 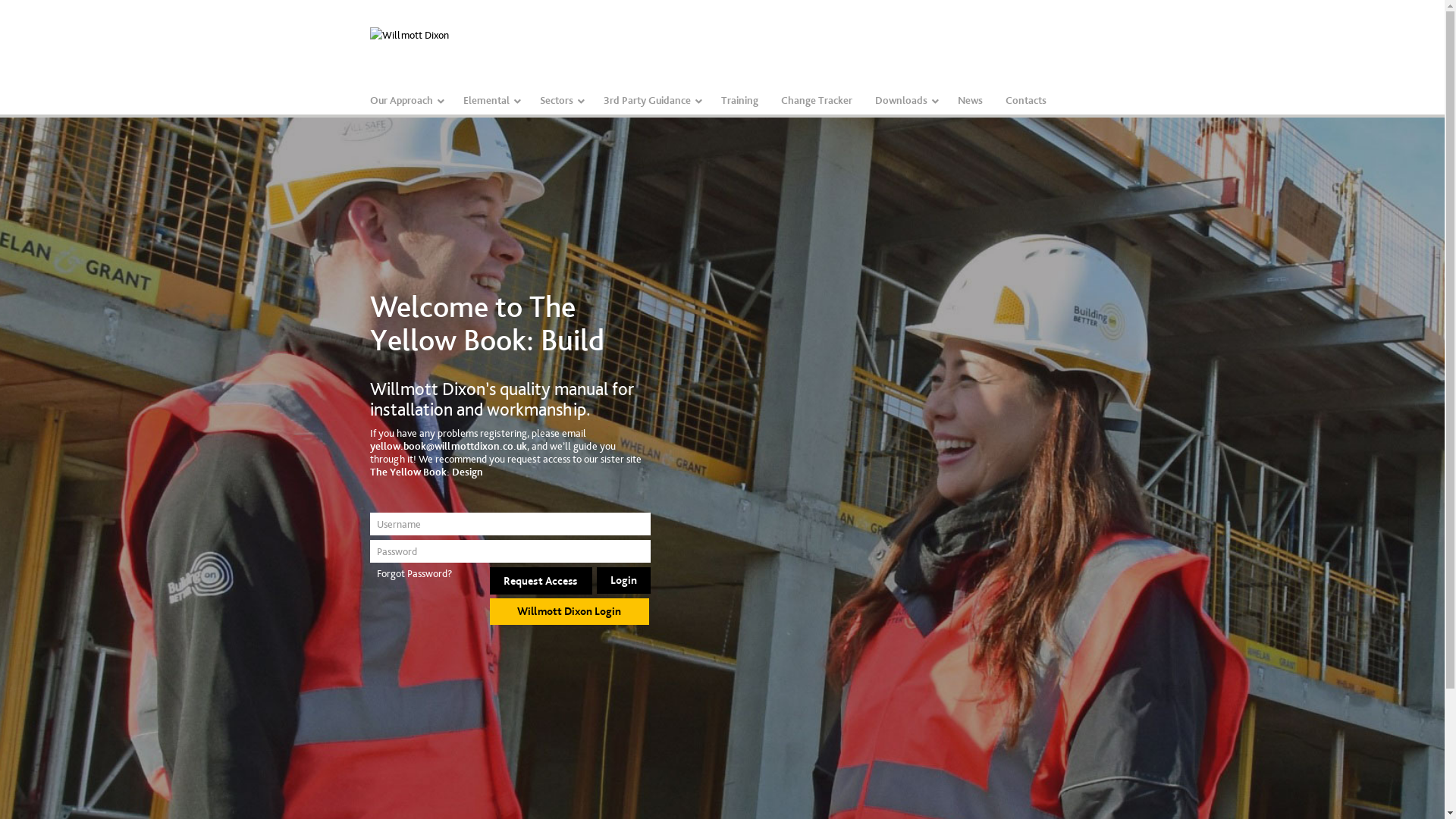 I want to click on 'Downloads', so click(x=904, y=100).